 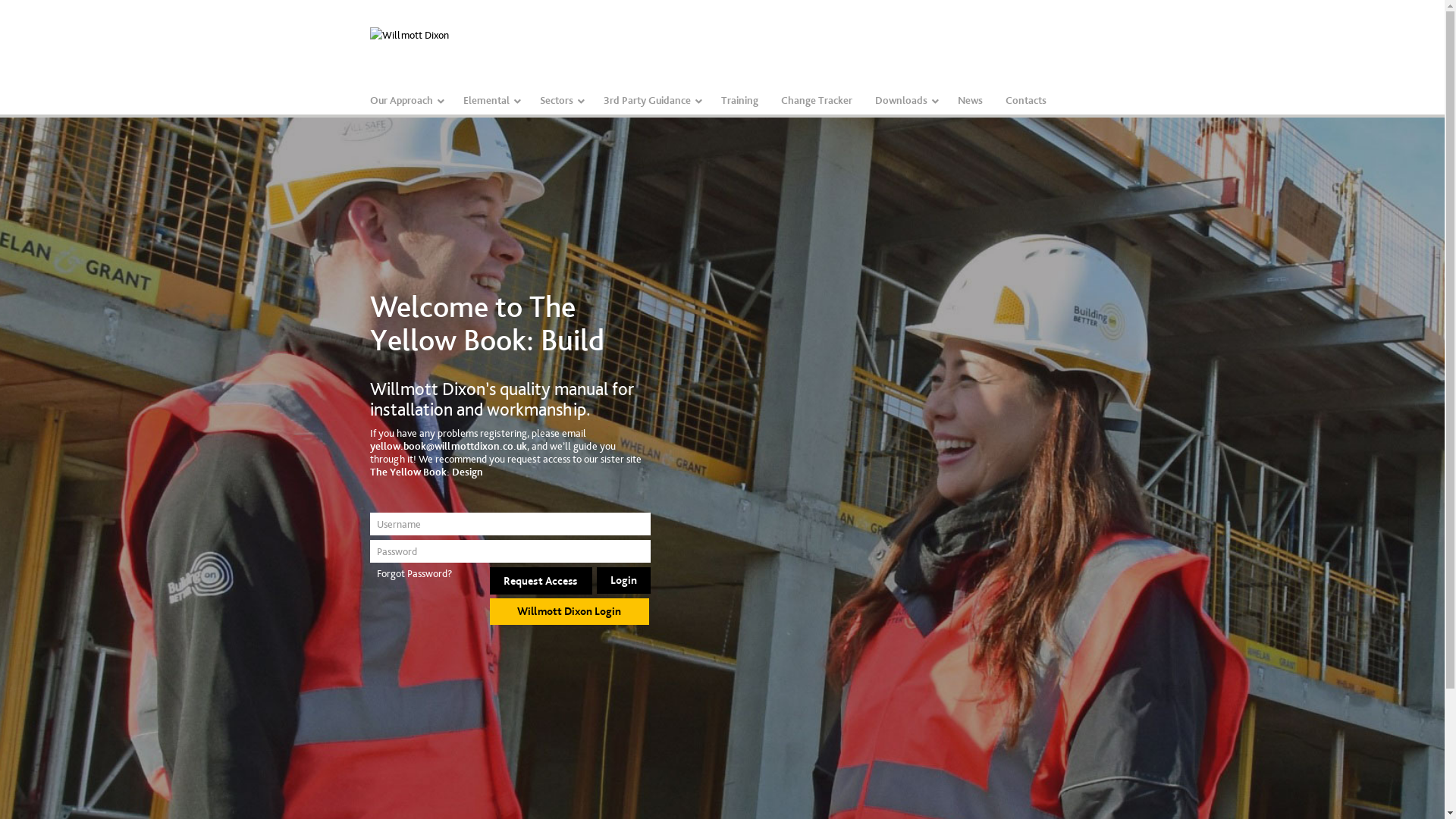 I want to click on 'Downloads', so click(x=904, y=100).